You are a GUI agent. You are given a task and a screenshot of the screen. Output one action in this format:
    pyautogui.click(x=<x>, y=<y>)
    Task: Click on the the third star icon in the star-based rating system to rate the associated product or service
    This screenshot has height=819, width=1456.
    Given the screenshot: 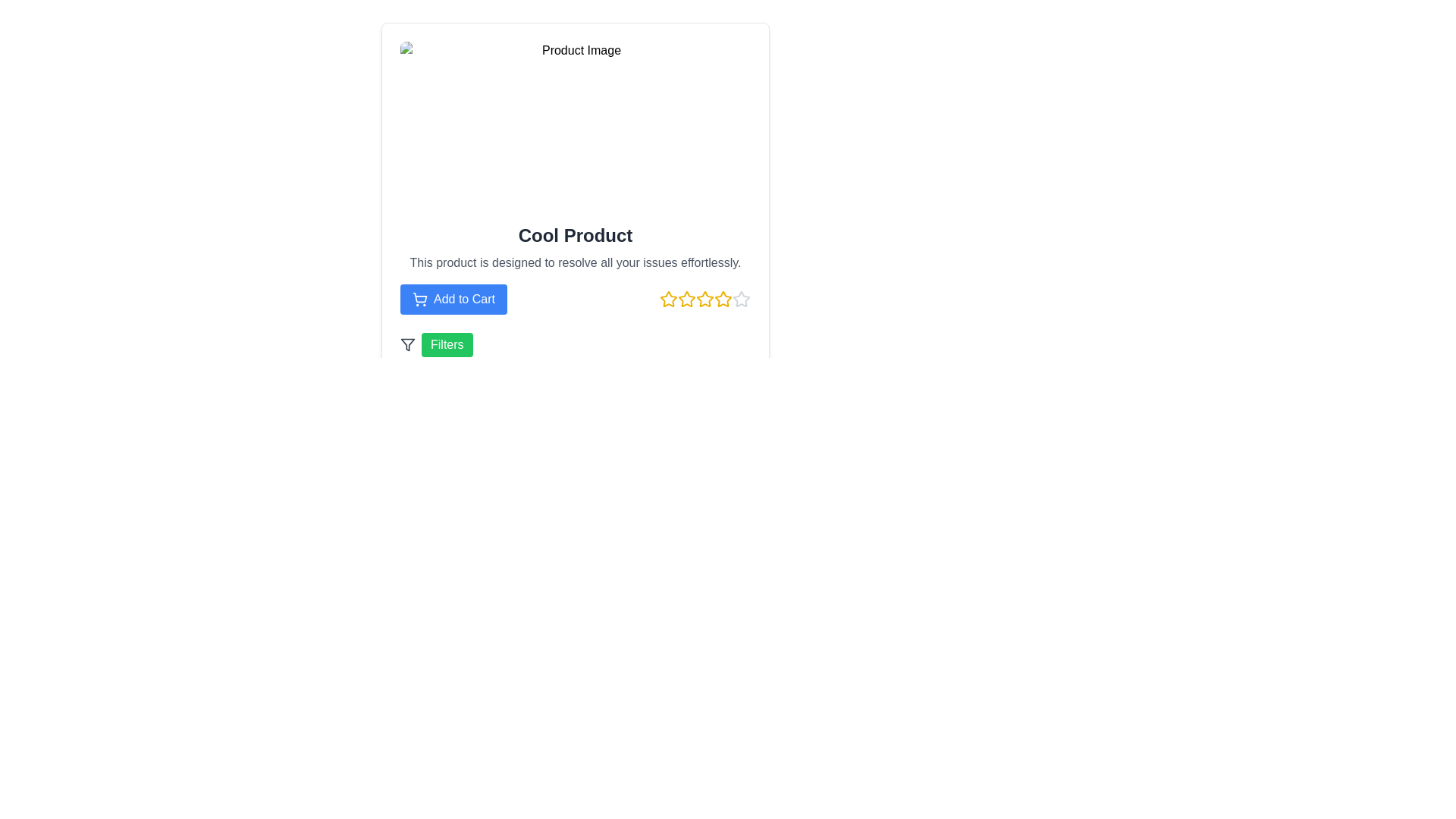 What is the action you would take?
    pyautogui.click(x=704, y=299)
    